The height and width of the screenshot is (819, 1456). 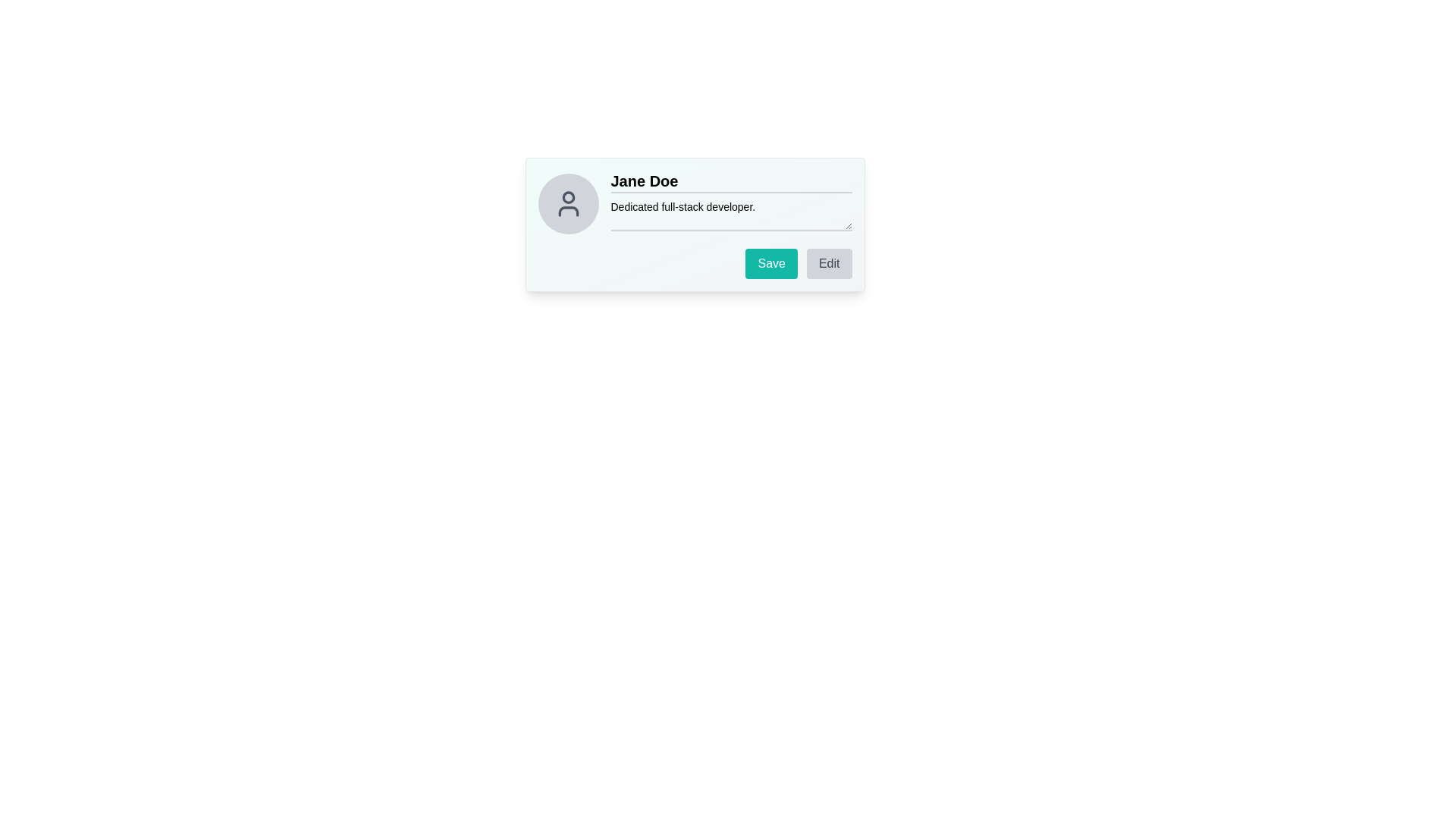 I want to click on the 'Edit' button, which is a light gray button with rounded corners located to the right of the 'Save' button, to initiate editing, so click(x=828, y=262).